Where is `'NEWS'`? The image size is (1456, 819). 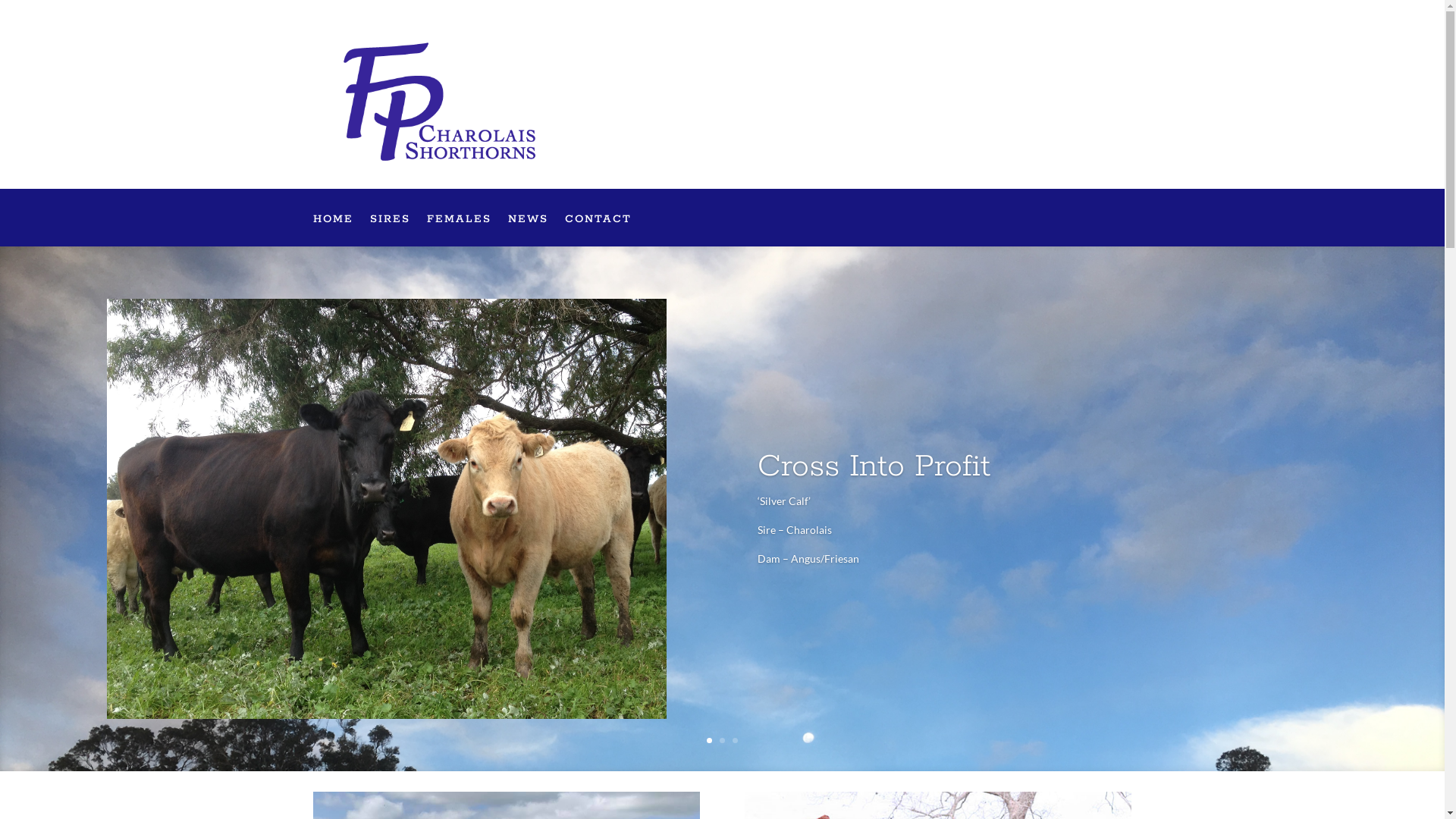 'NEWS' is located at coordinates (528, 230).